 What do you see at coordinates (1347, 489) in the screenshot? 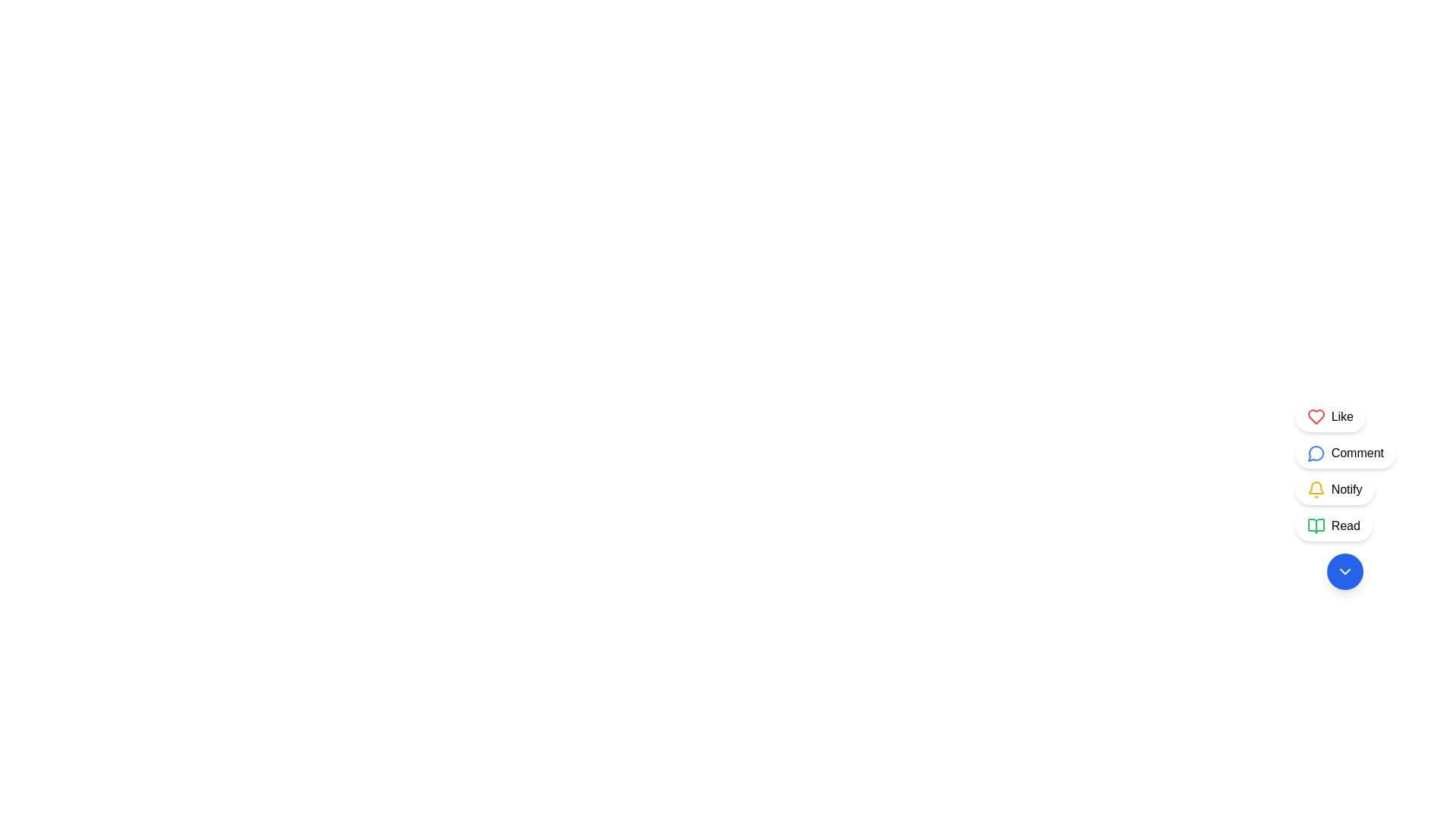
I see `the button that contains the 'Notify' text label, which is the third button in a vertical stack on the right side of the interface` at bounding box center [1347, 489].